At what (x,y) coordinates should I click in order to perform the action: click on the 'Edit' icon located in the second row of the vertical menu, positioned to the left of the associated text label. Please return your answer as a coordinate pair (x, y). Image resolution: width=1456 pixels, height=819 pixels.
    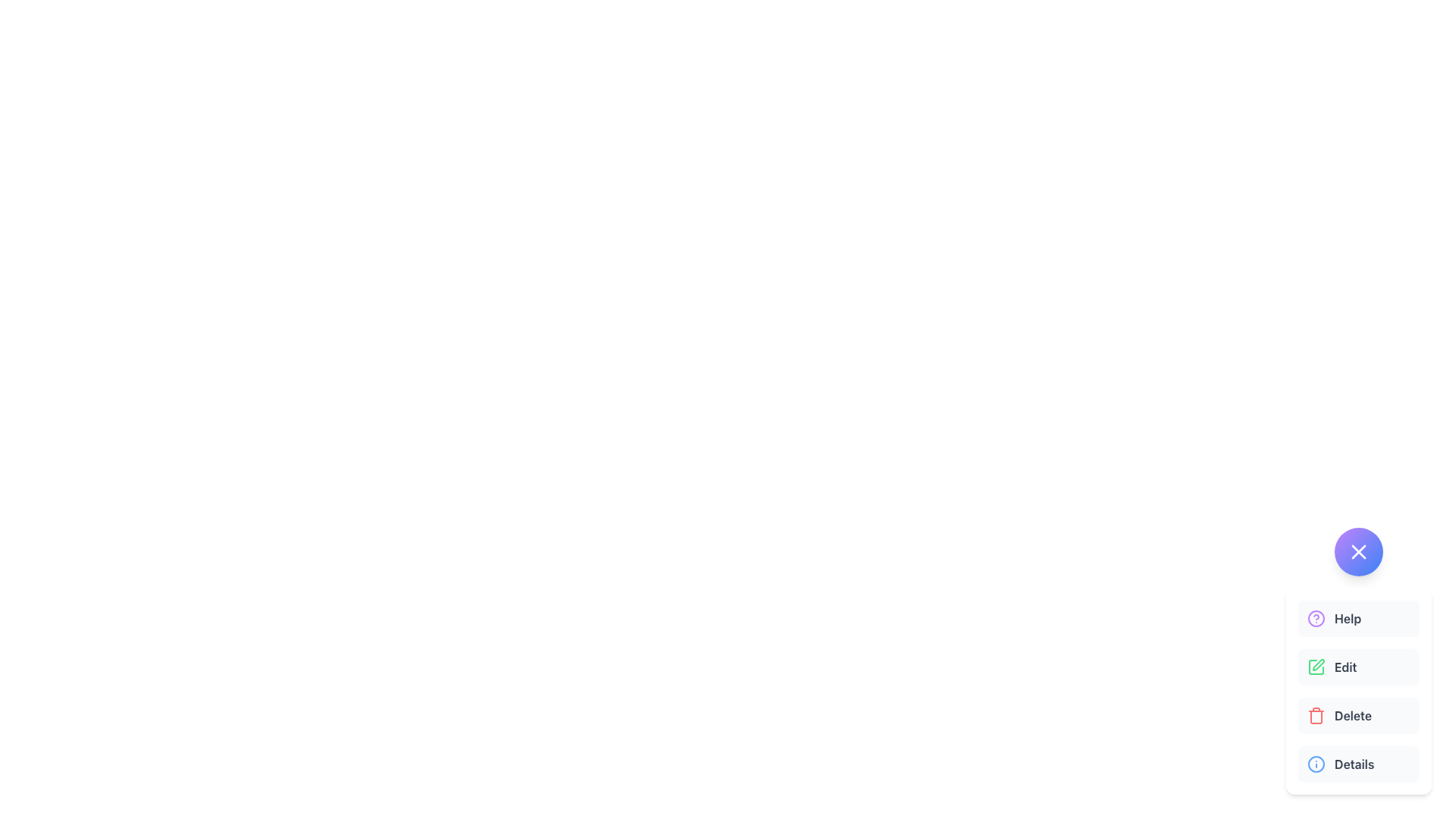
    Looking at the image, I should click on (1316, 666).